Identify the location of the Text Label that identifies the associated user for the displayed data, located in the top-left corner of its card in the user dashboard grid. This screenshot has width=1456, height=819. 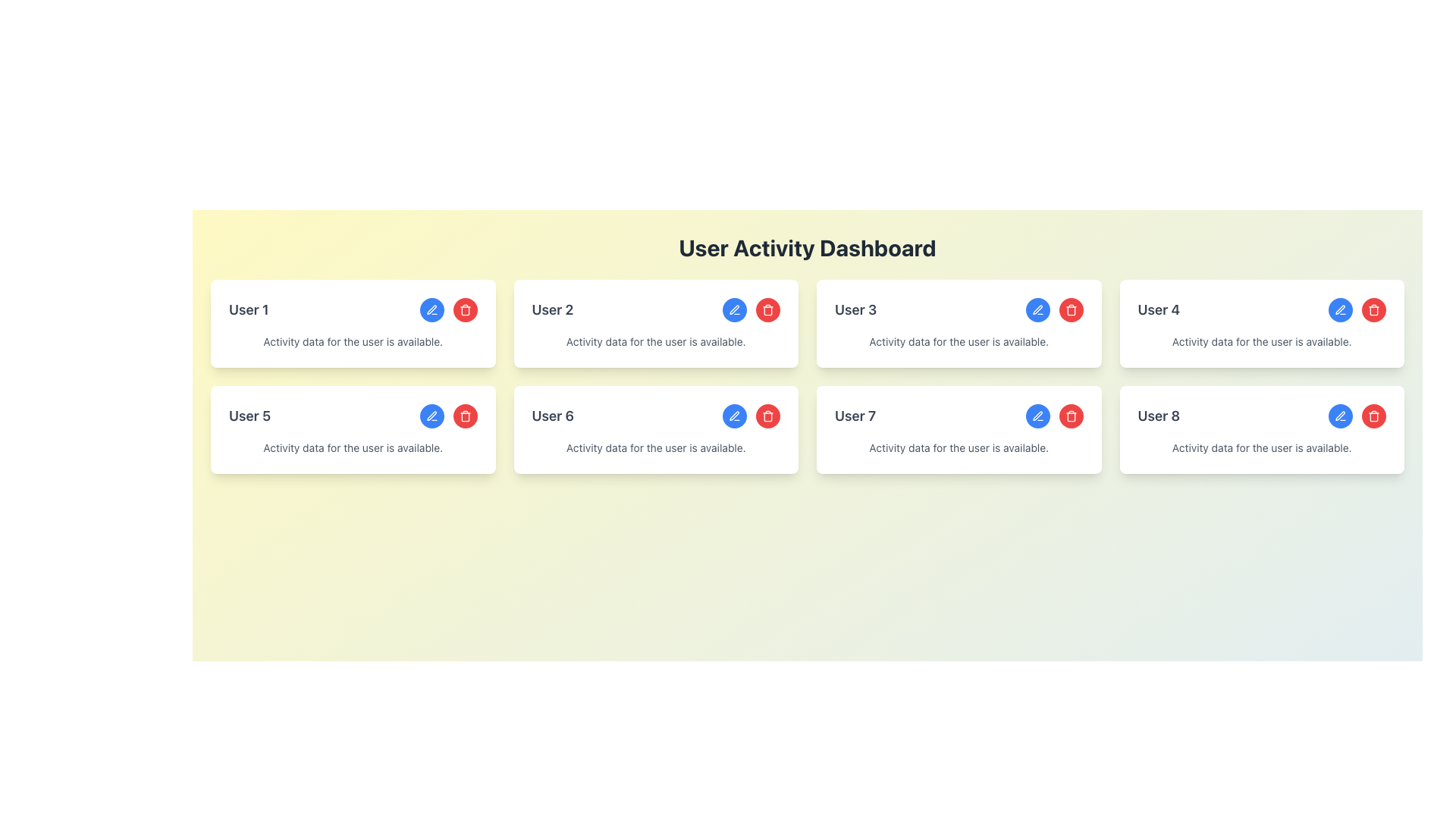
(855, 416).